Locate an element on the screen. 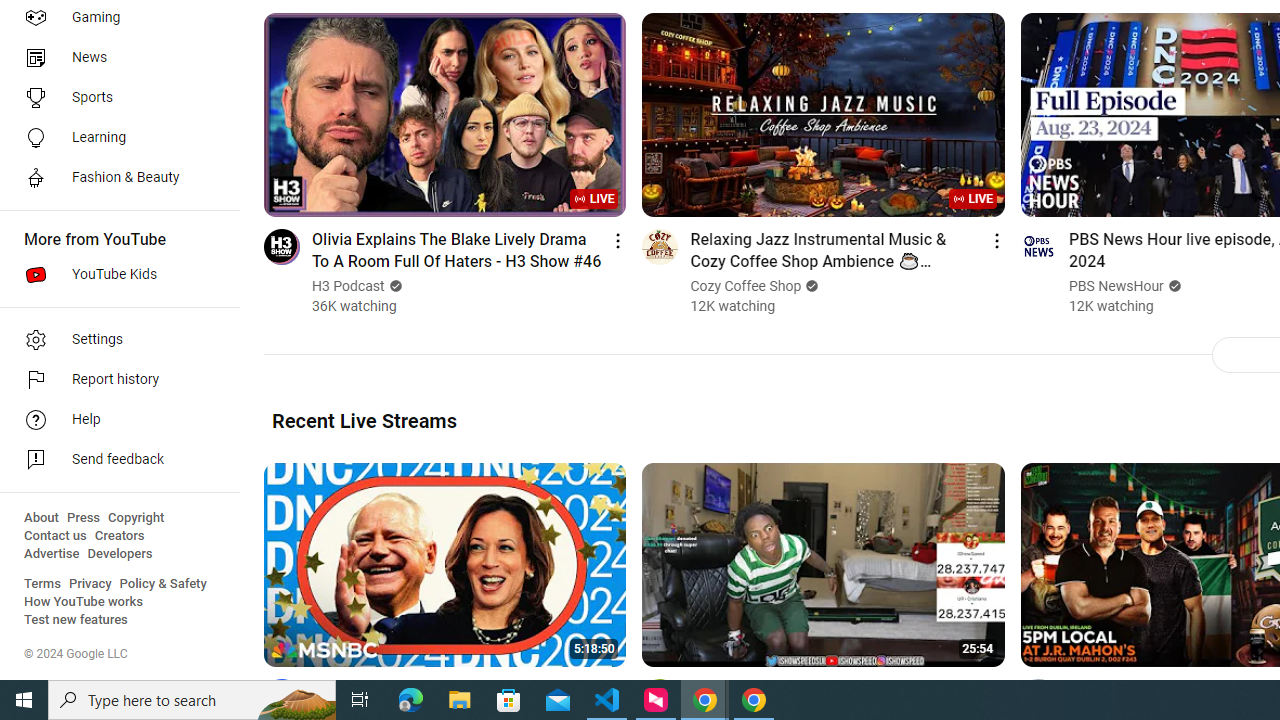  'Sports' is located at coordinates (112, 97).